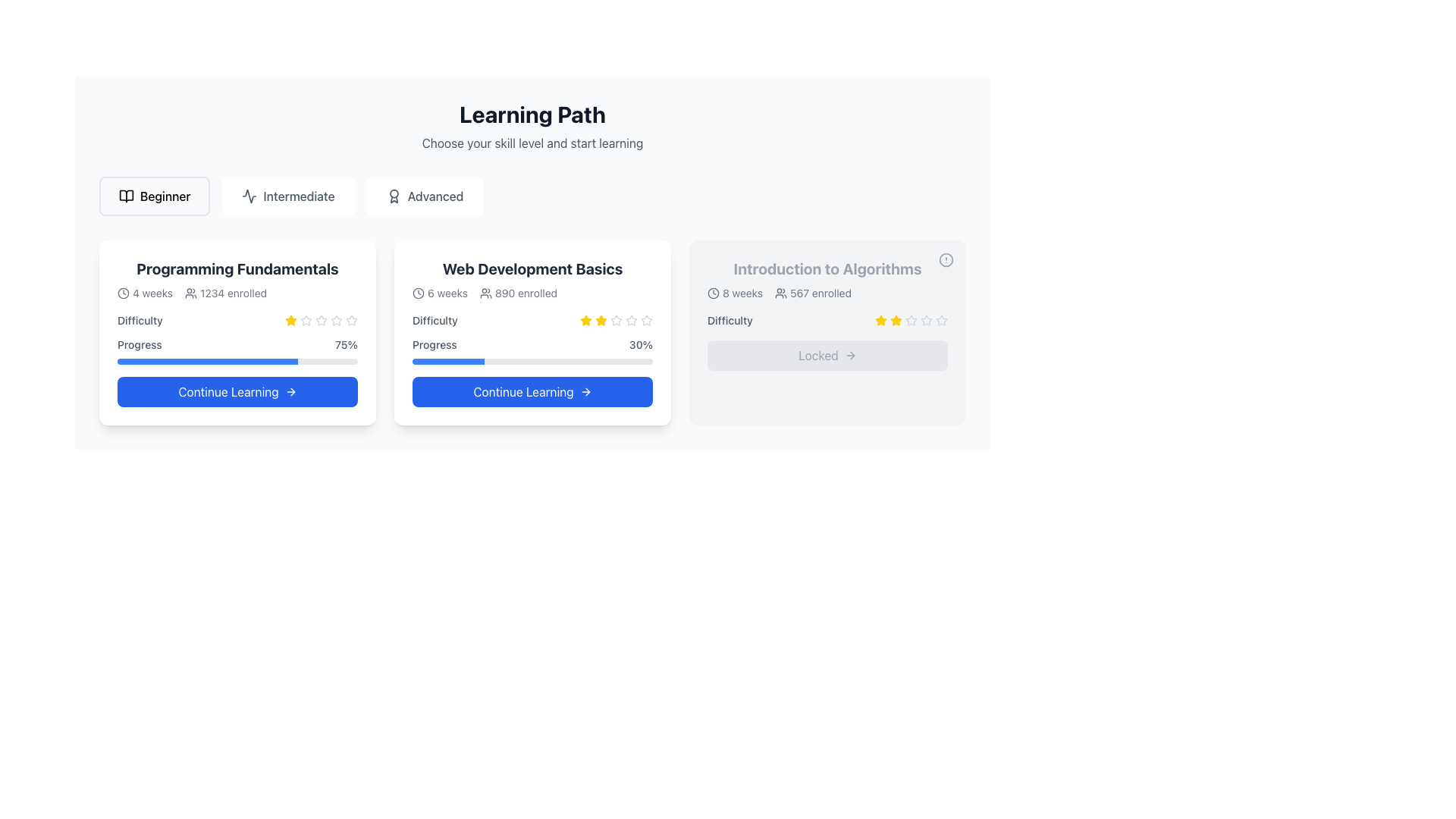  I want to click on the second hollow star in the rating system on the 'Web Development Basics' card, so click(647, 319).